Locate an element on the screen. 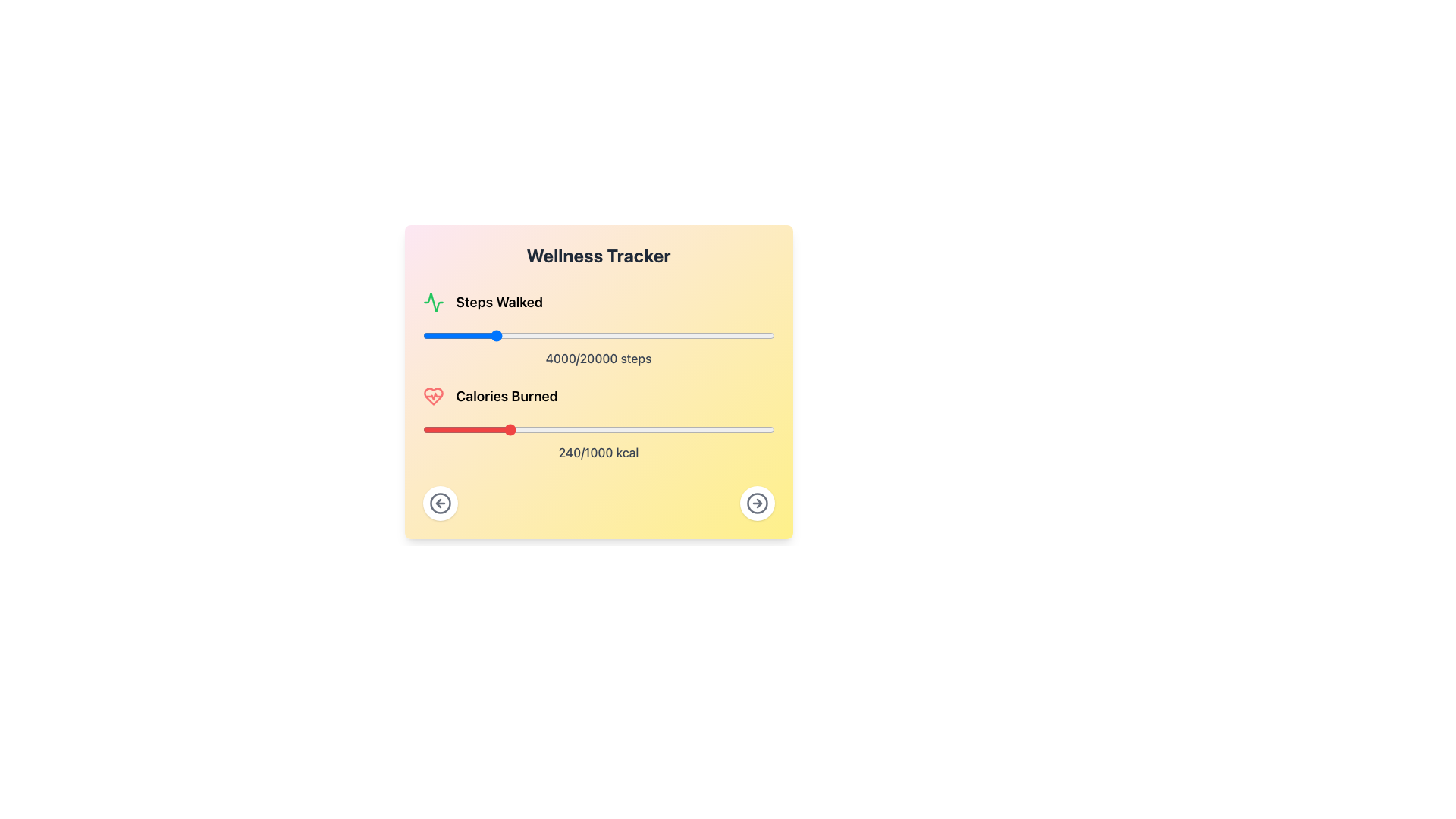 This screenshot has height=819, width=1456. the SVG Circle element located in the bottom-right corner of the main UI card, which is part of a circular arrow icon and serves as a decorative component or interaction indicator is located at coordinates (757, 503).